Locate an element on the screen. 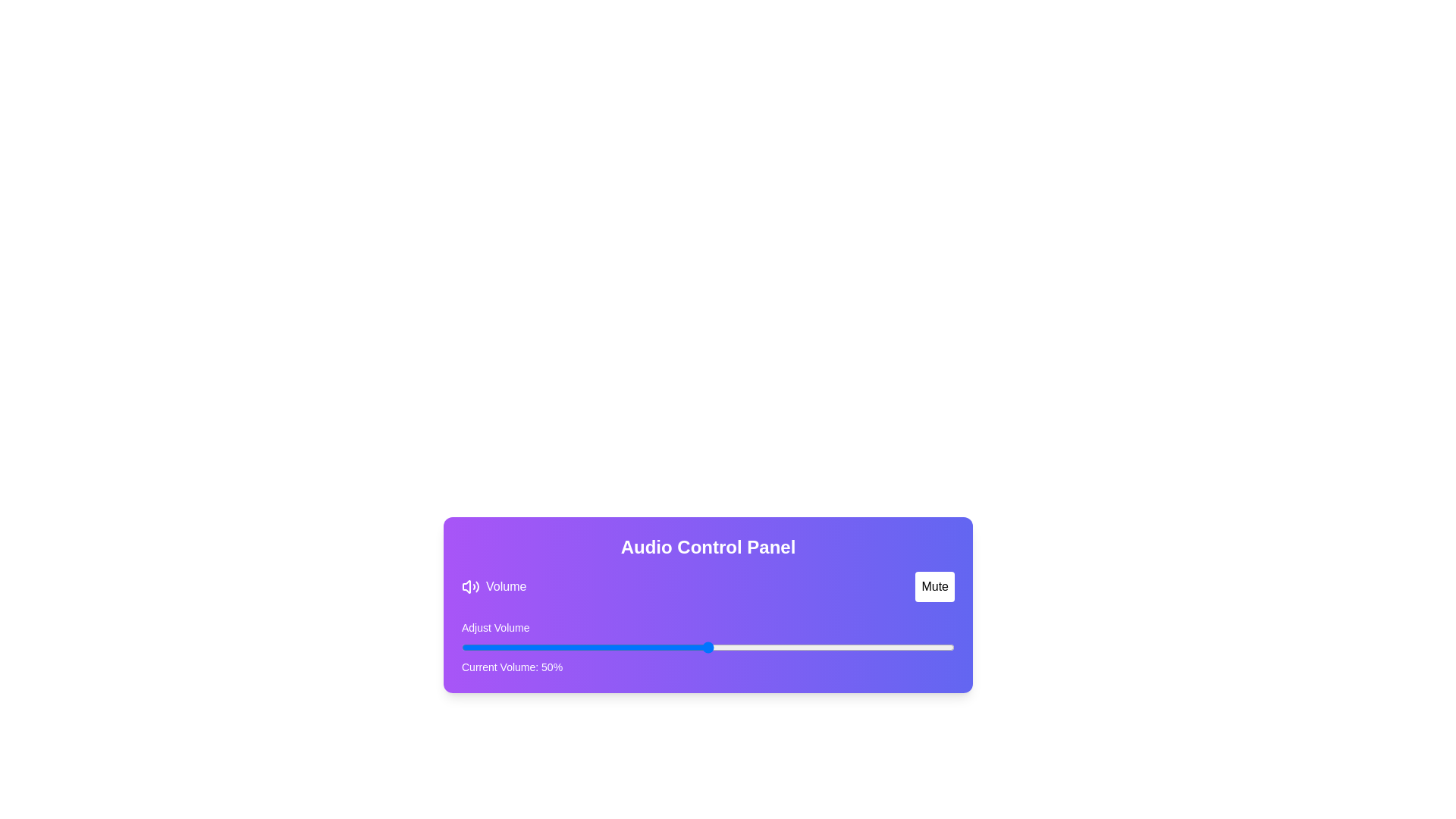  the volume slider is located at coordinates (570, 647).